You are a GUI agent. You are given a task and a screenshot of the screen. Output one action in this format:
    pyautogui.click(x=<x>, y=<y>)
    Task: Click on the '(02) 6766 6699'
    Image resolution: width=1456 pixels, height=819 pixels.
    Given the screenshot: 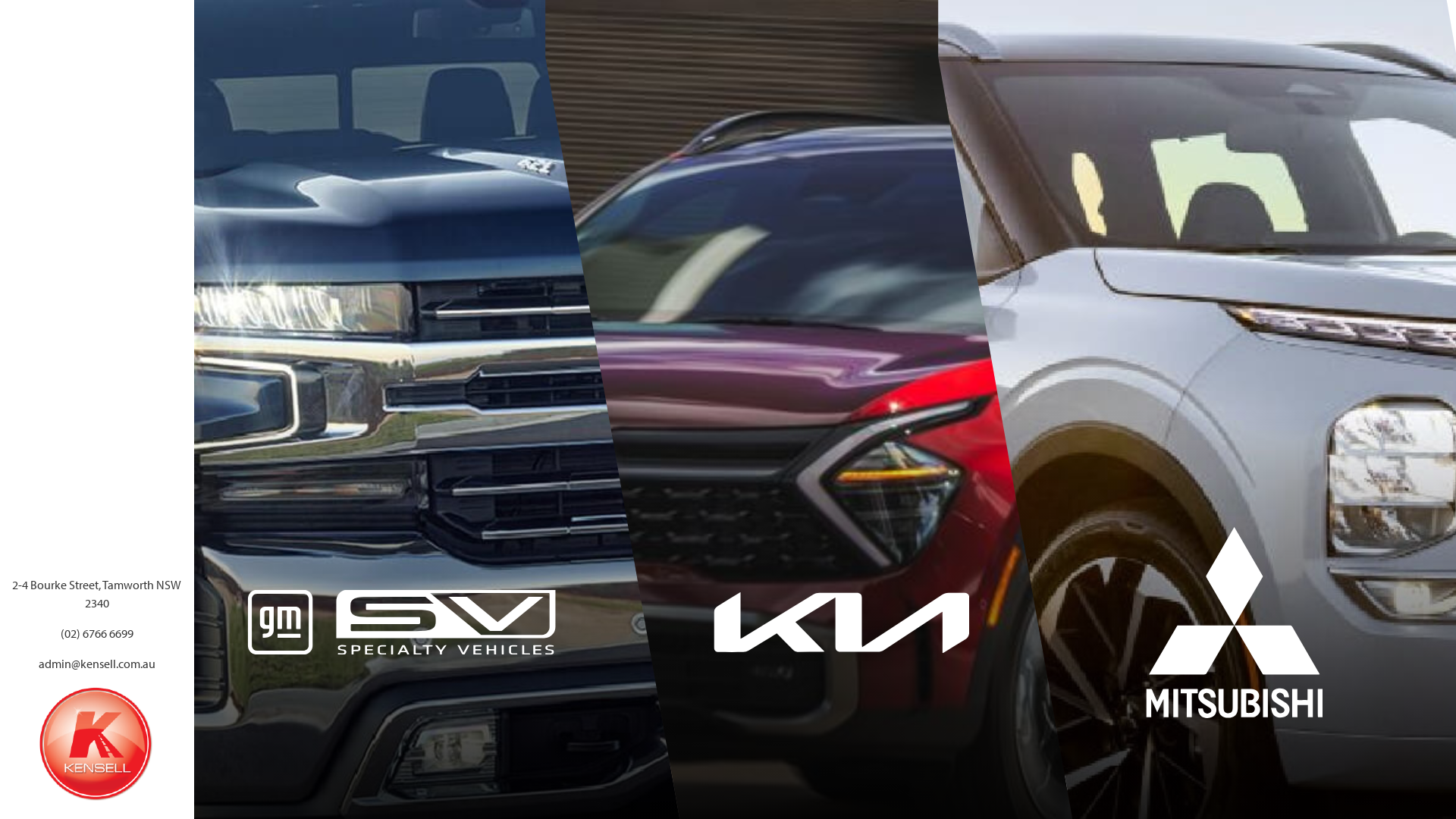 What is the action you would take?
    pyautogui.click(x=61, y=632)
    